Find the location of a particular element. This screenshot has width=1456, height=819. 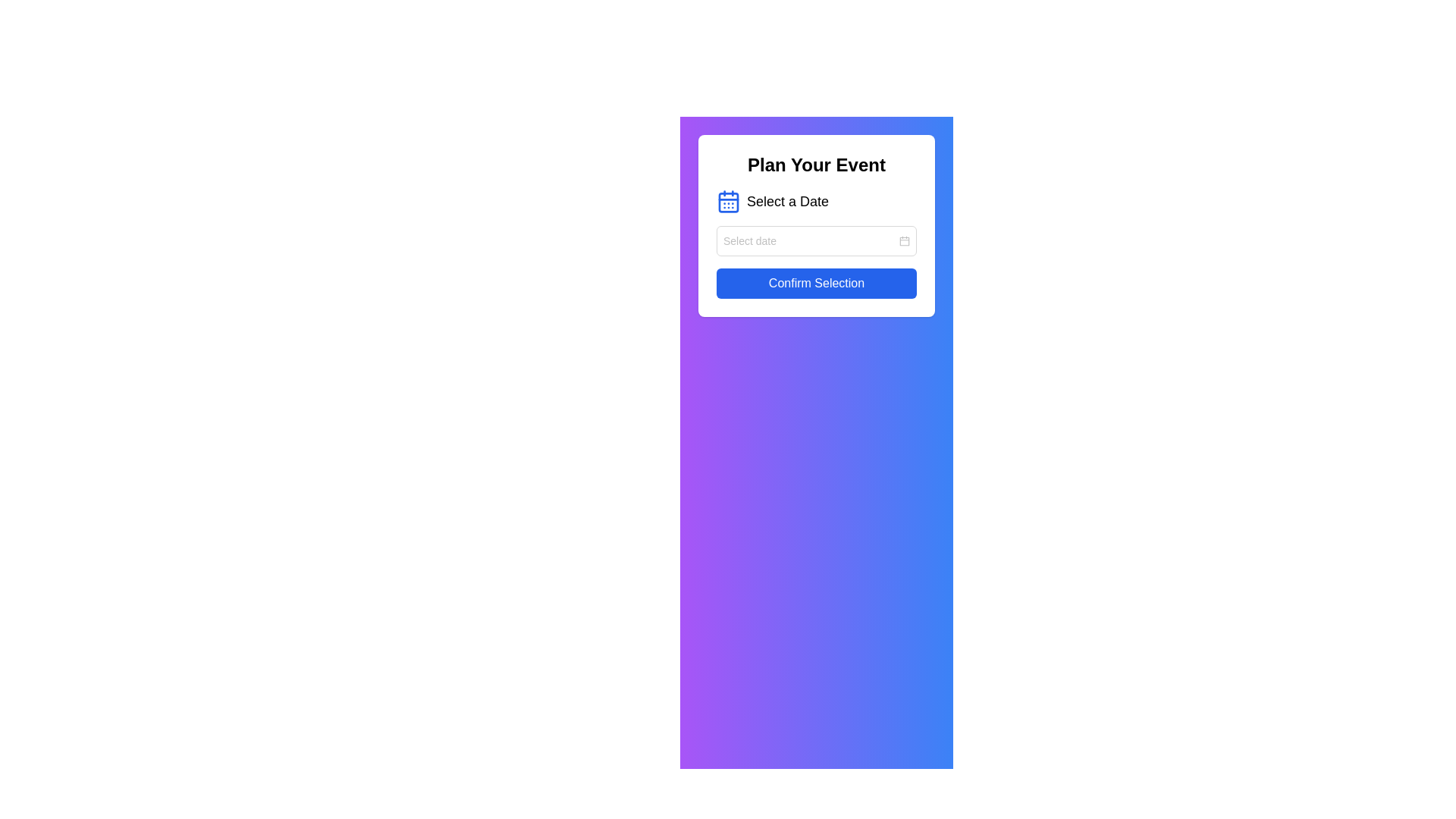

the text label displaying 'Select a Date', which is styled with a larger font size and medium-bold weight, located next to a blue calendar icon within a white card area is located at coordinates (788, 201).